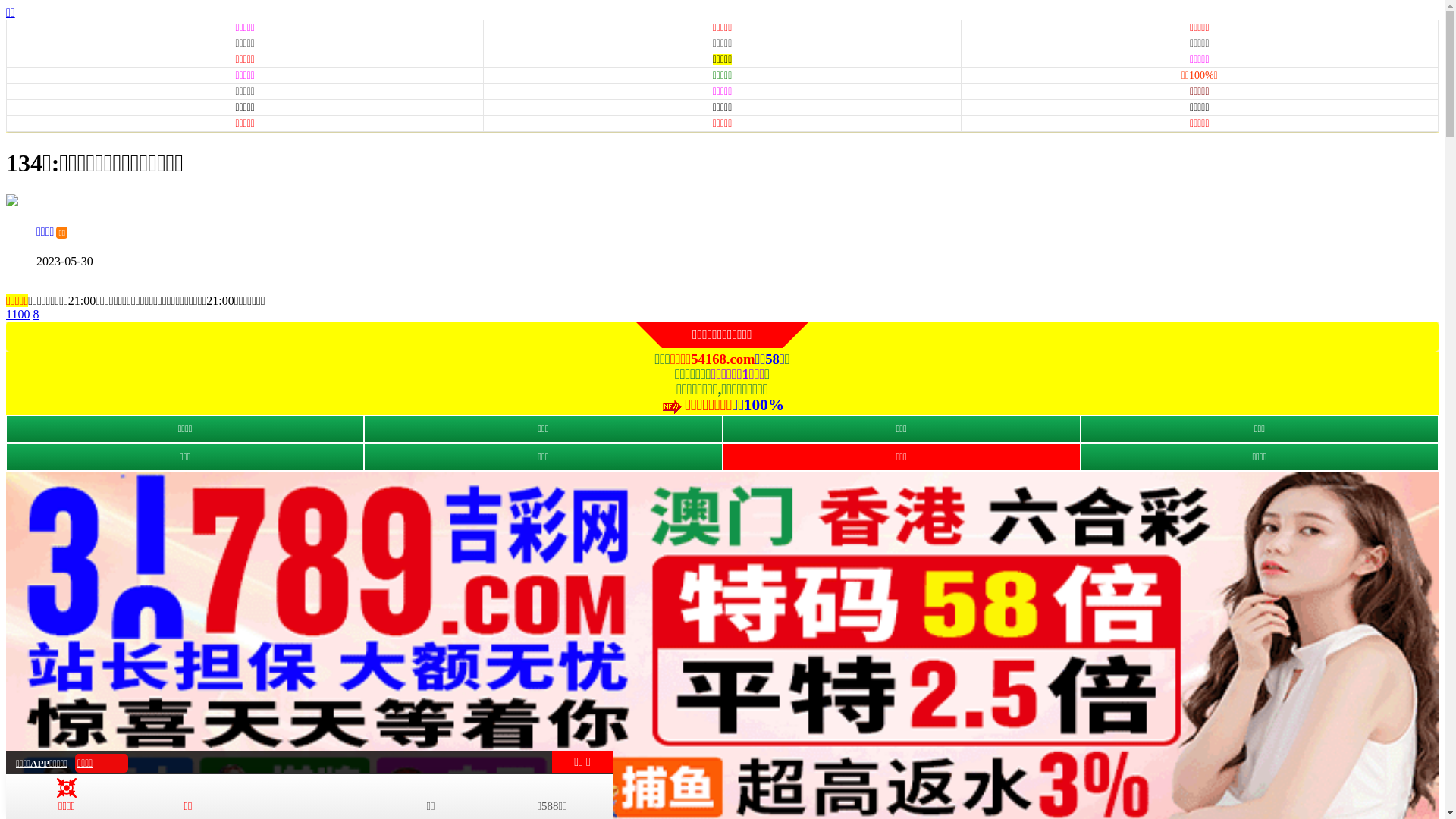 Image resolution: width=1456 pixels, height=819 pixels. I want to click on '1100', so click(6, 313).